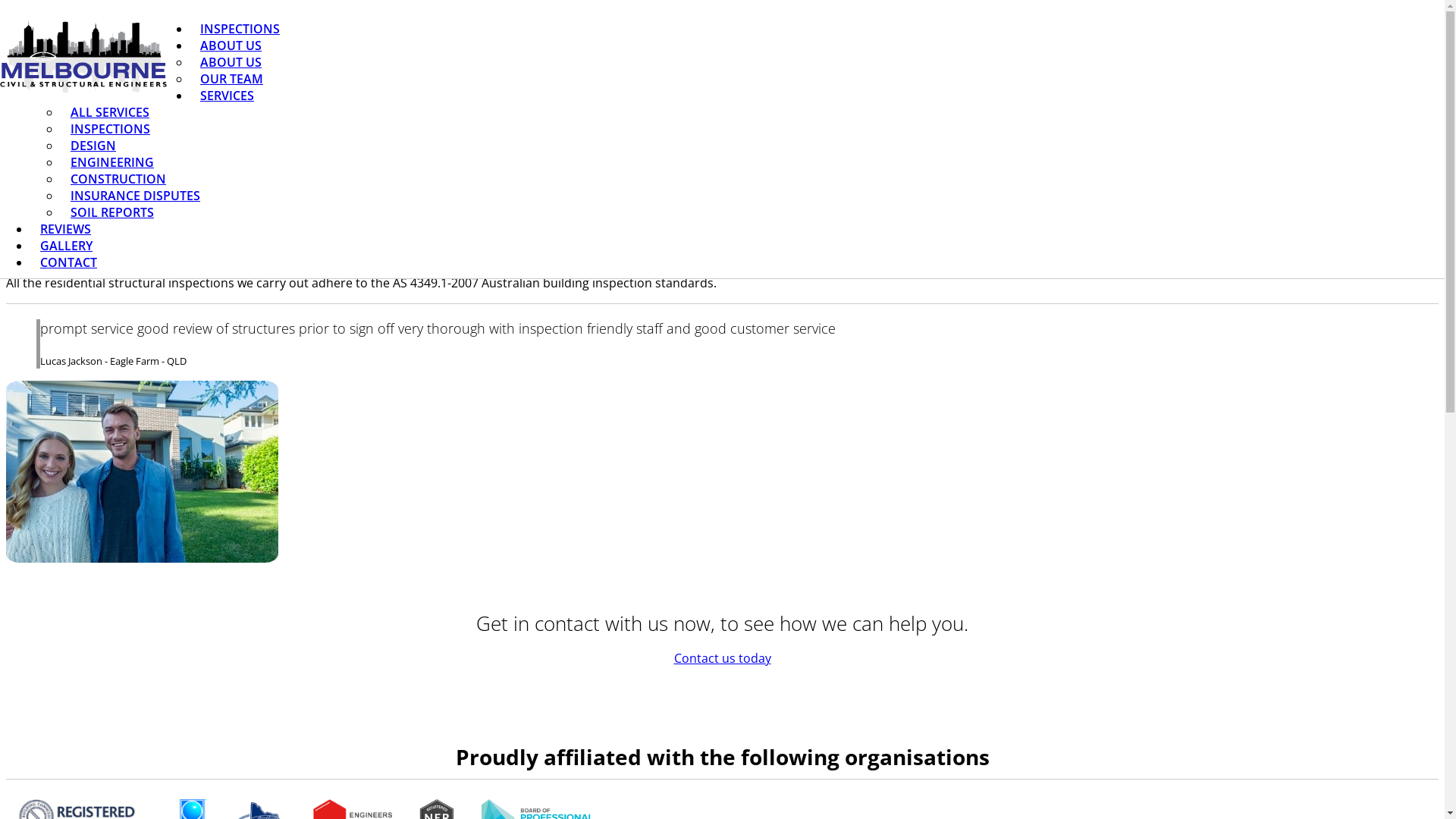  I want to click on 'INSPECTIONS', so click(239, 29).